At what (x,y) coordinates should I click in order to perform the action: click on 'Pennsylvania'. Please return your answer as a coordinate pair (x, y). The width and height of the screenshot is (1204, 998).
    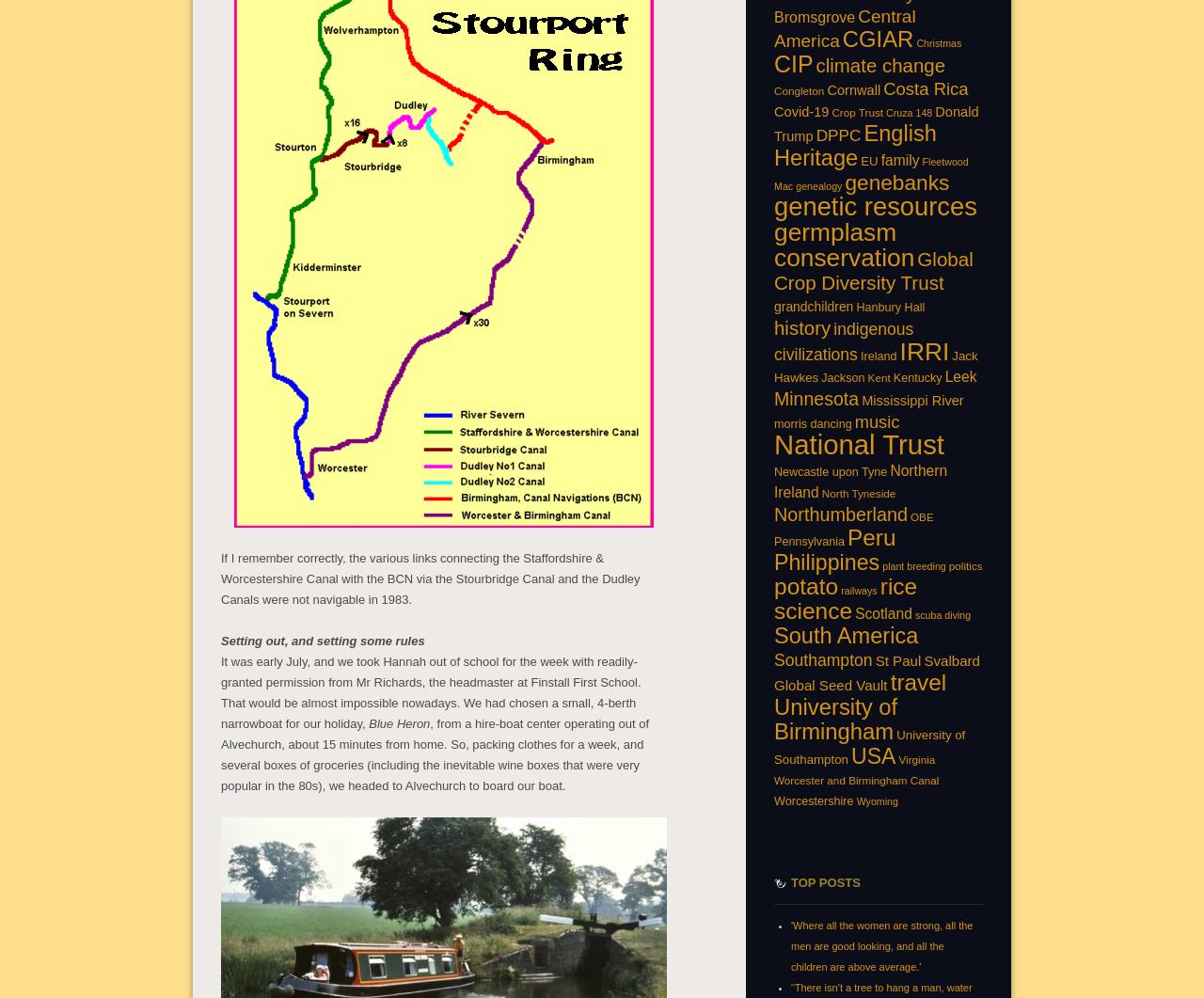
    Looking at the image, I should click on (774, 539).